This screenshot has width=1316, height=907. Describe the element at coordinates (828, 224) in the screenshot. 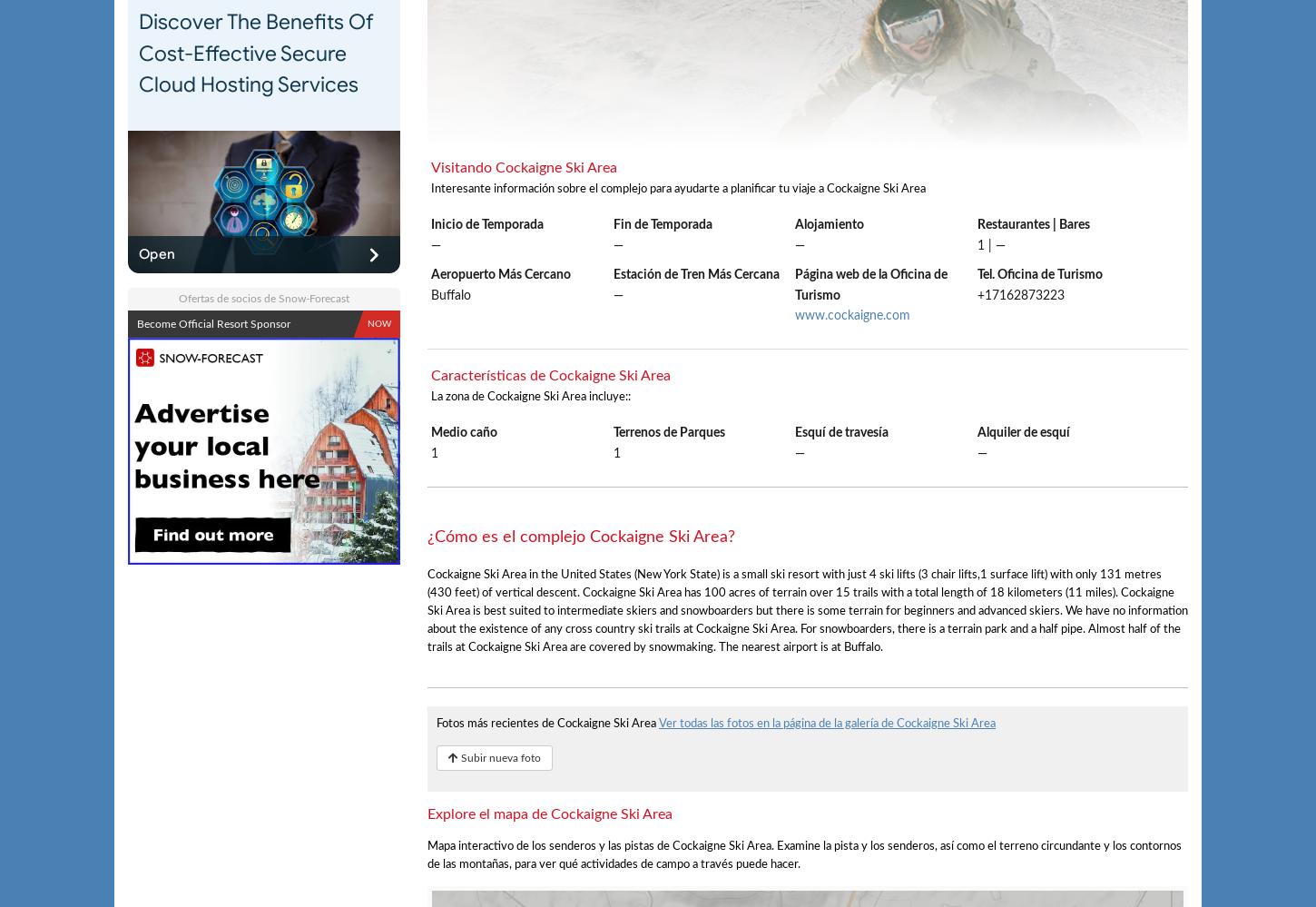

I see `'Alojamiento'` at that location.